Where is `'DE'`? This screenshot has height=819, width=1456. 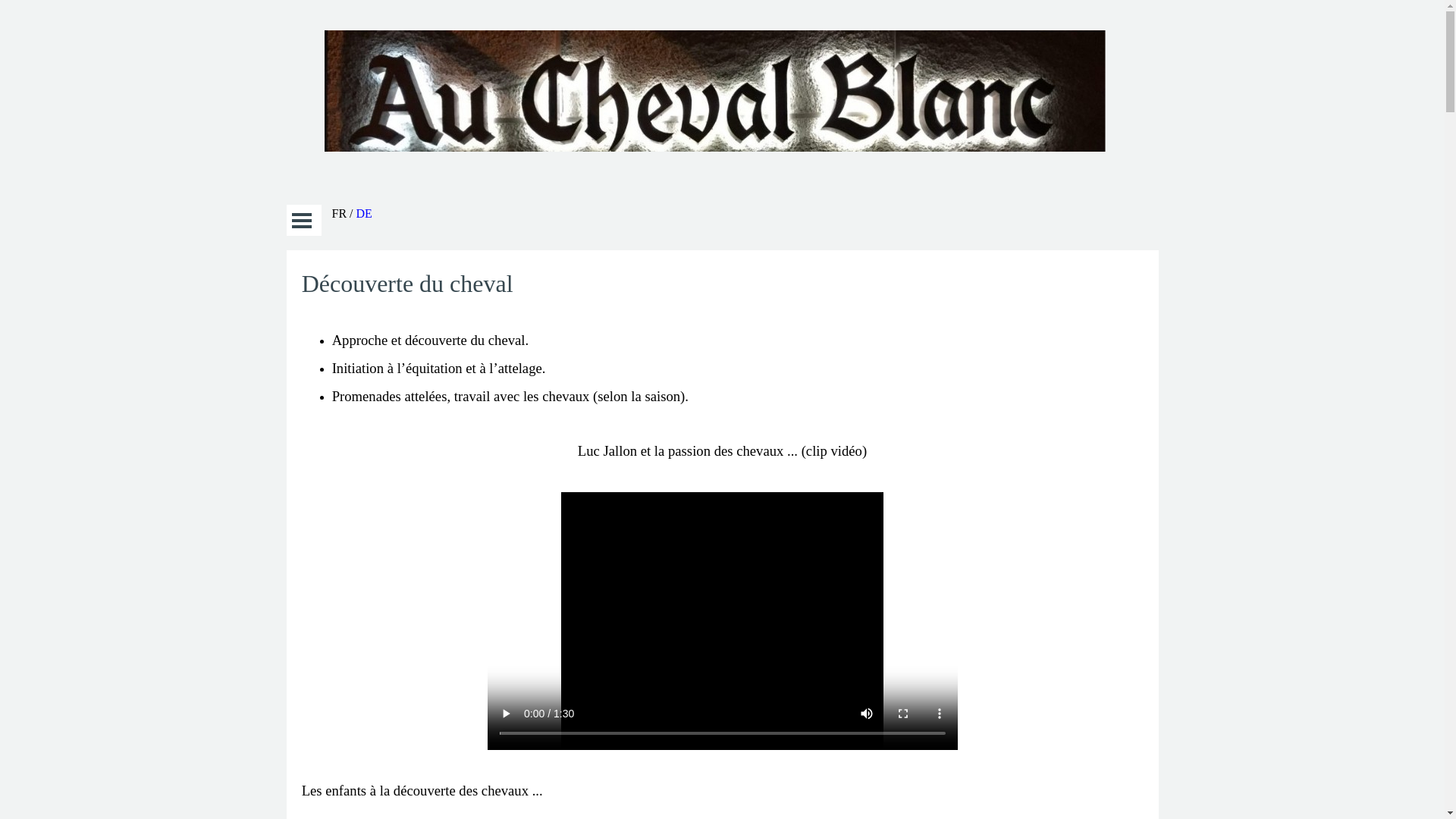
'DE' is located at coordinates (364, 213).